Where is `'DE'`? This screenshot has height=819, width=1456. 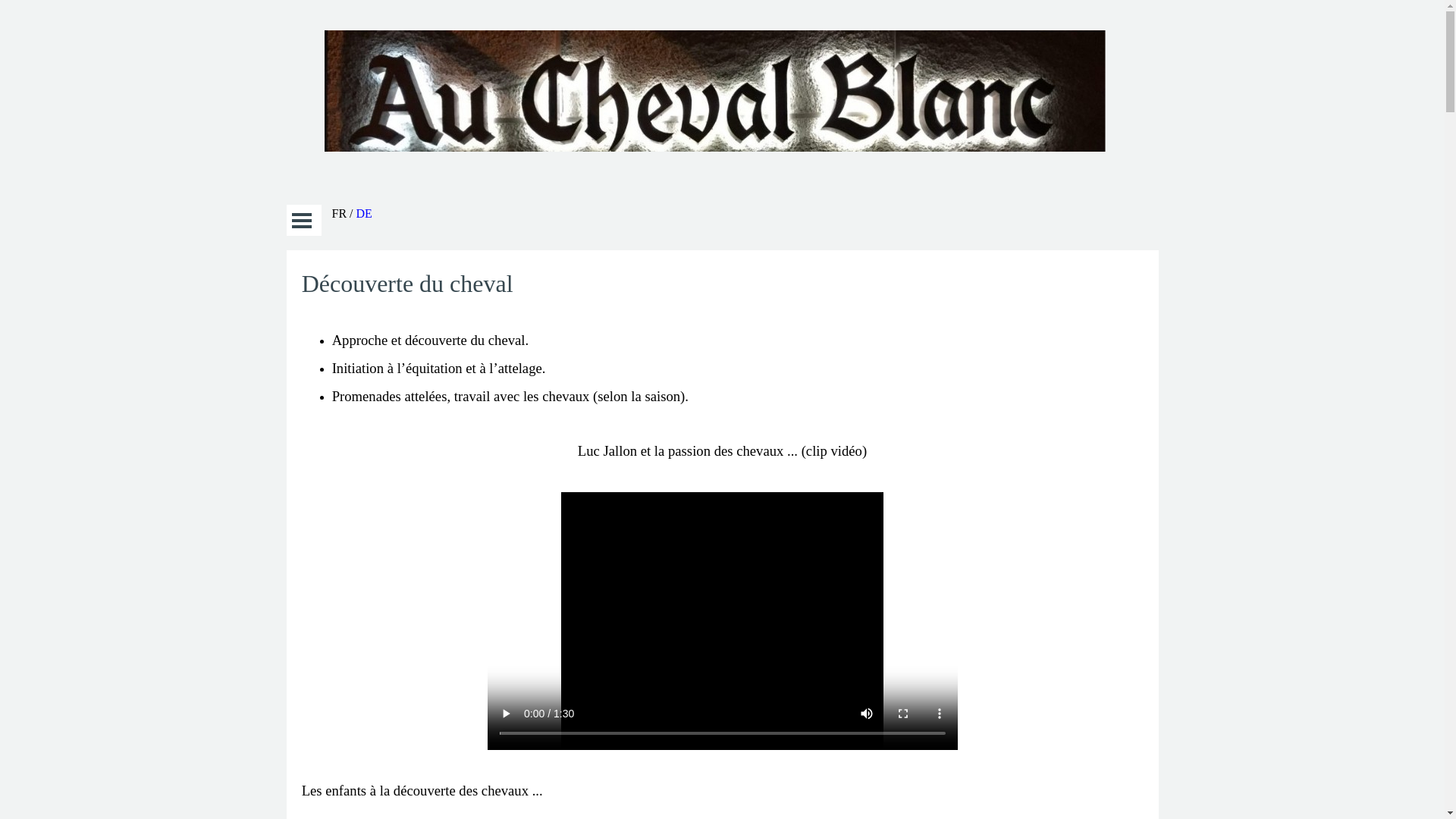
'DE' is located at coordinates (364, 213).